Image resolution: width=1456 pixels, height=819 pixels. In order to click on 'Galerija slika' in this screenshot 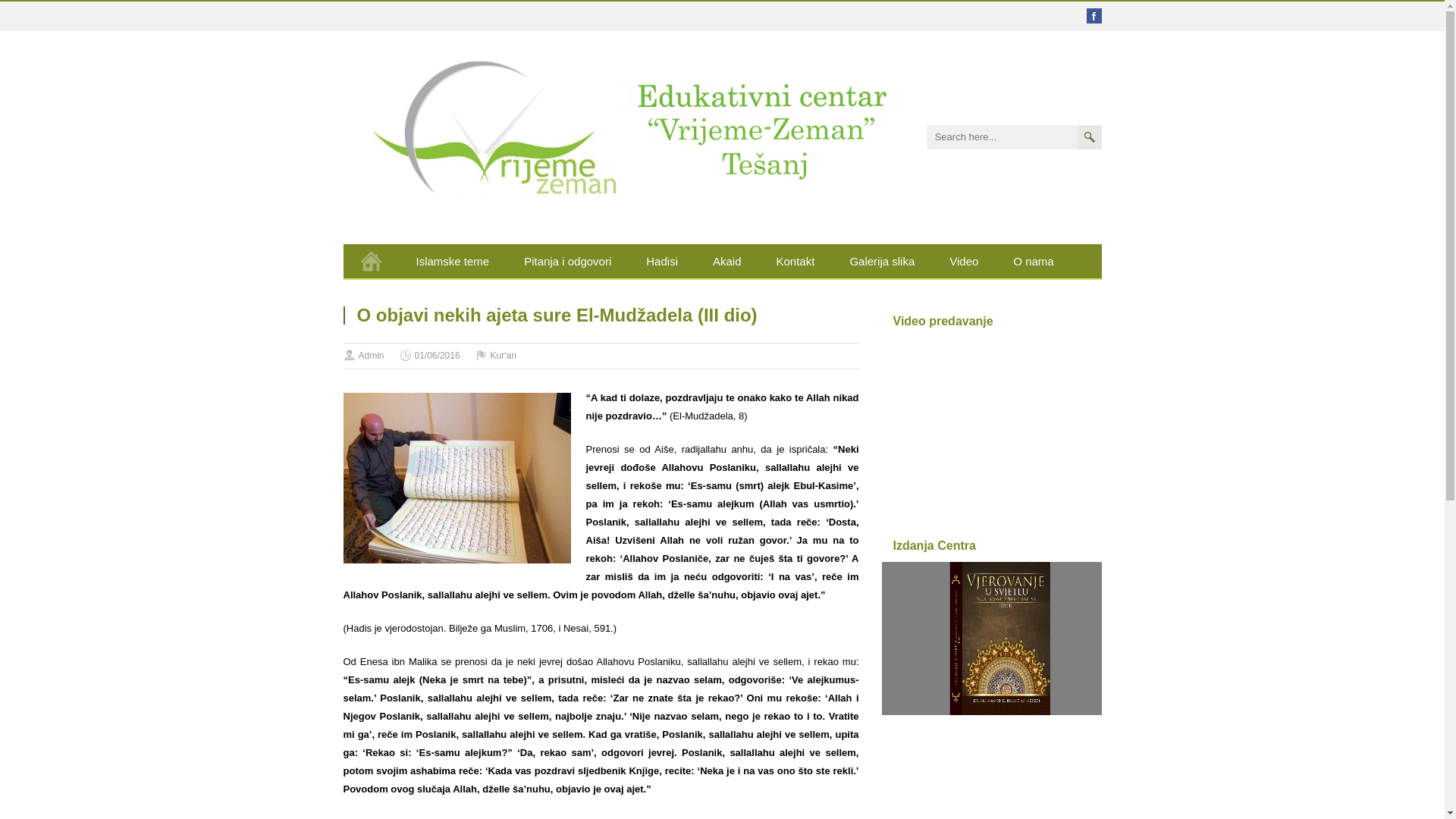, I will do `click(881, 260)`.